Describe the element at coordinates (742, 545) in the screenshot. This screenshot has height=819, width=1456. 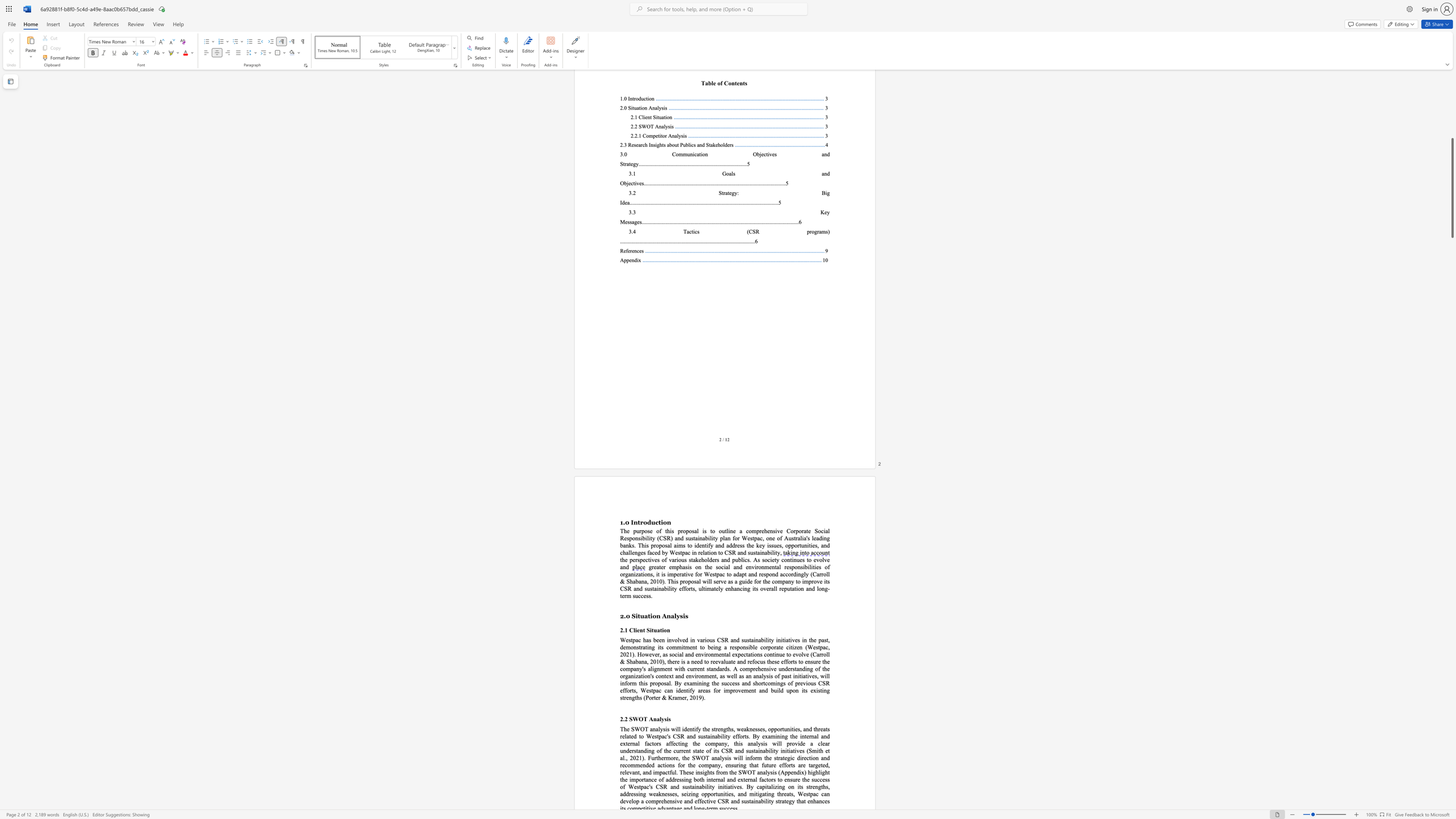
I see `the subset text "s the key issues, opportunities, and challenges faced by Westpac in relation" within the text "and address the key issues, opportunities, and challenges faced by Westpac in relation to CSR and sustainability,"` at that location.